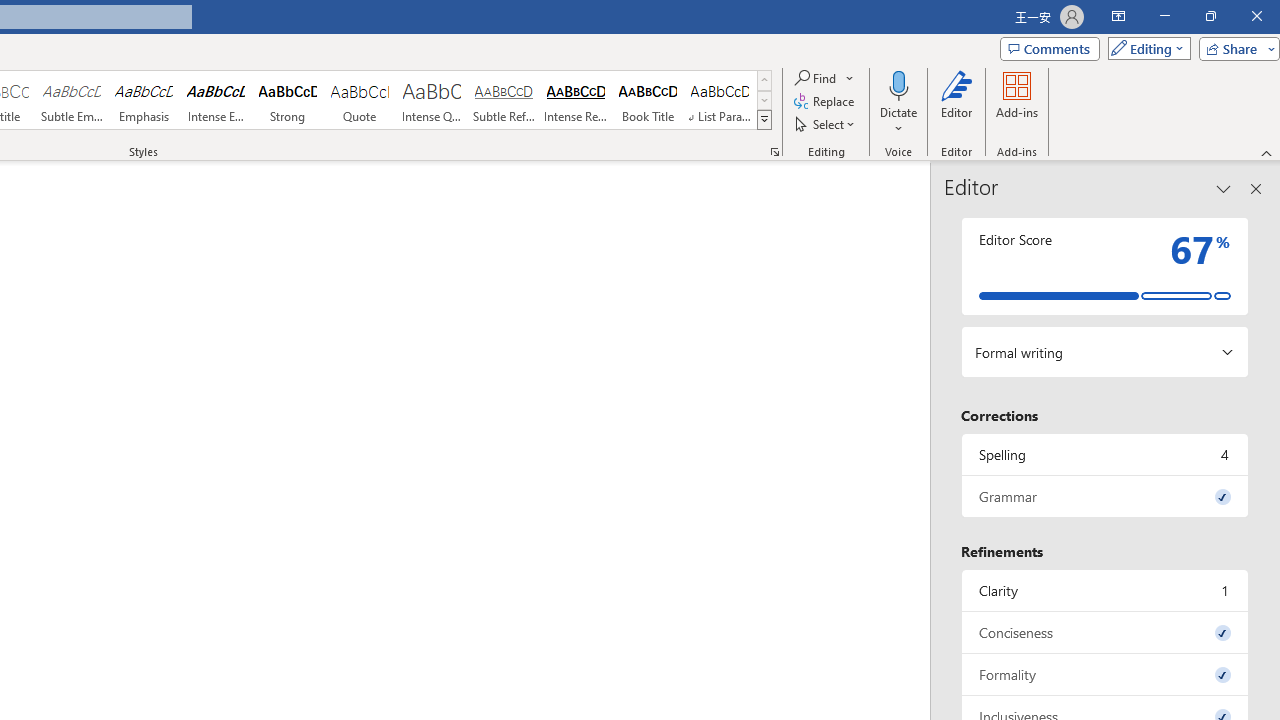 This screenshot has width=1280, height=720. What do you see at coordinates (763, 120) in the screenshot?
I see `'Styles'` at bounding box center [763, 120].